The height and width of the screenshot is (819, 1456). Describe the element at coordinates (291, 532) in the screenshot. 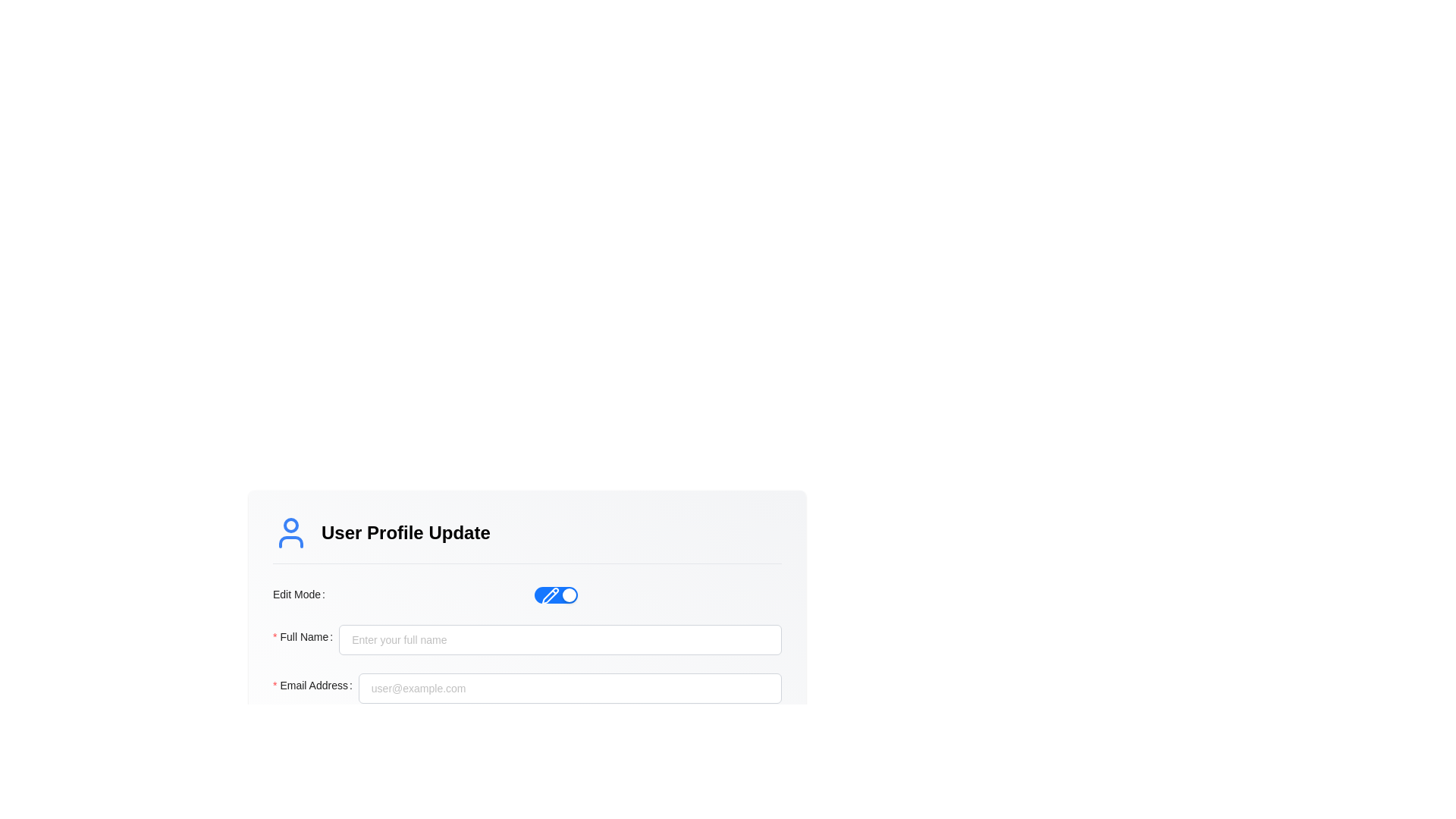

I see `the decorative icon representing the 'User Profile Update' feature, located to the left of the 'User Profile Update' text in the header segment` at that location.